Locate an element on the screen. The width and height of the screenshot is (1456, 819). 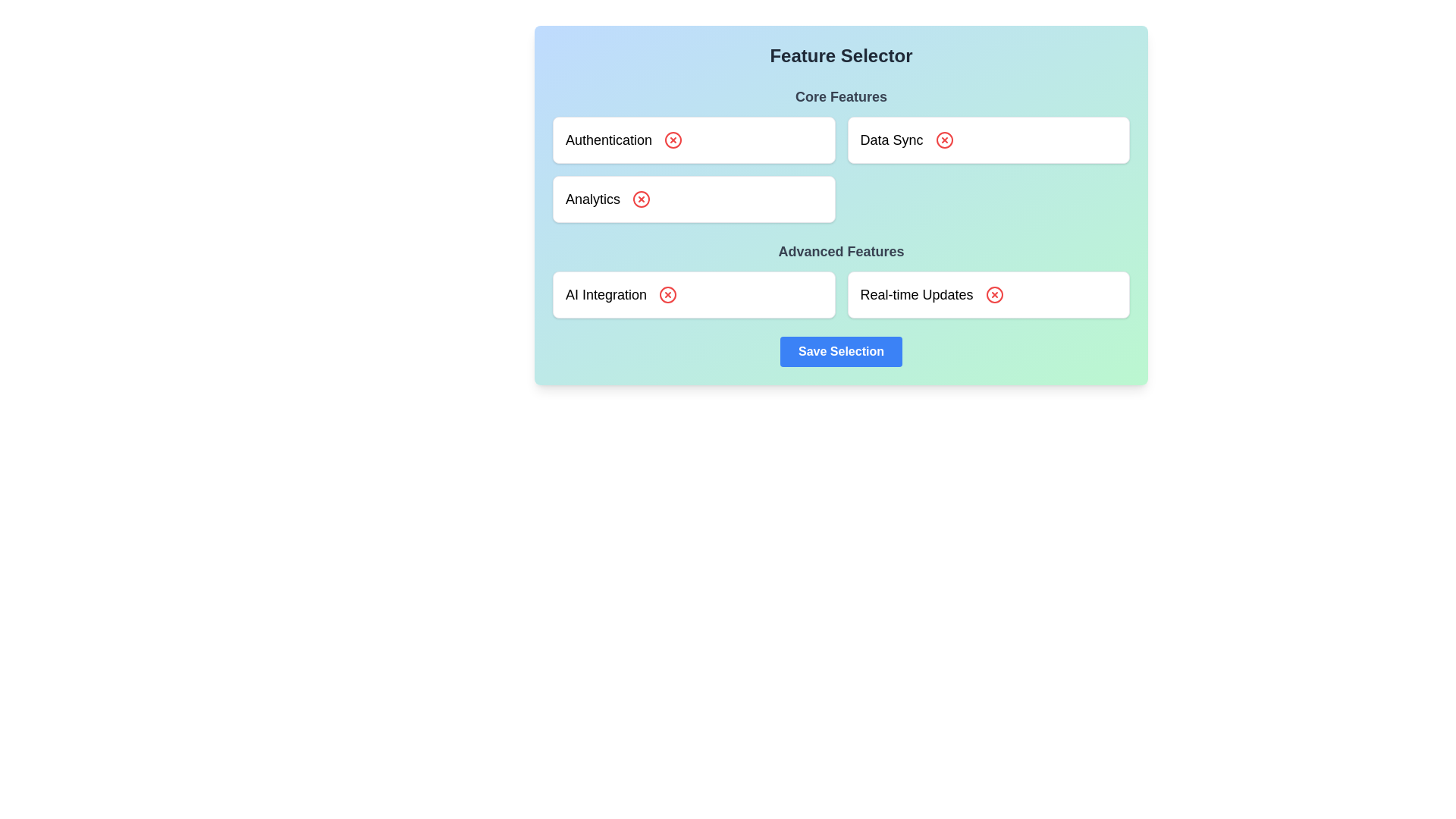
the visual cue of the circular graphical component located in the 'Advanced Features' section beside the label 'AI Integration', indicating a removal or cancel action is located at coordinates (667, 295).